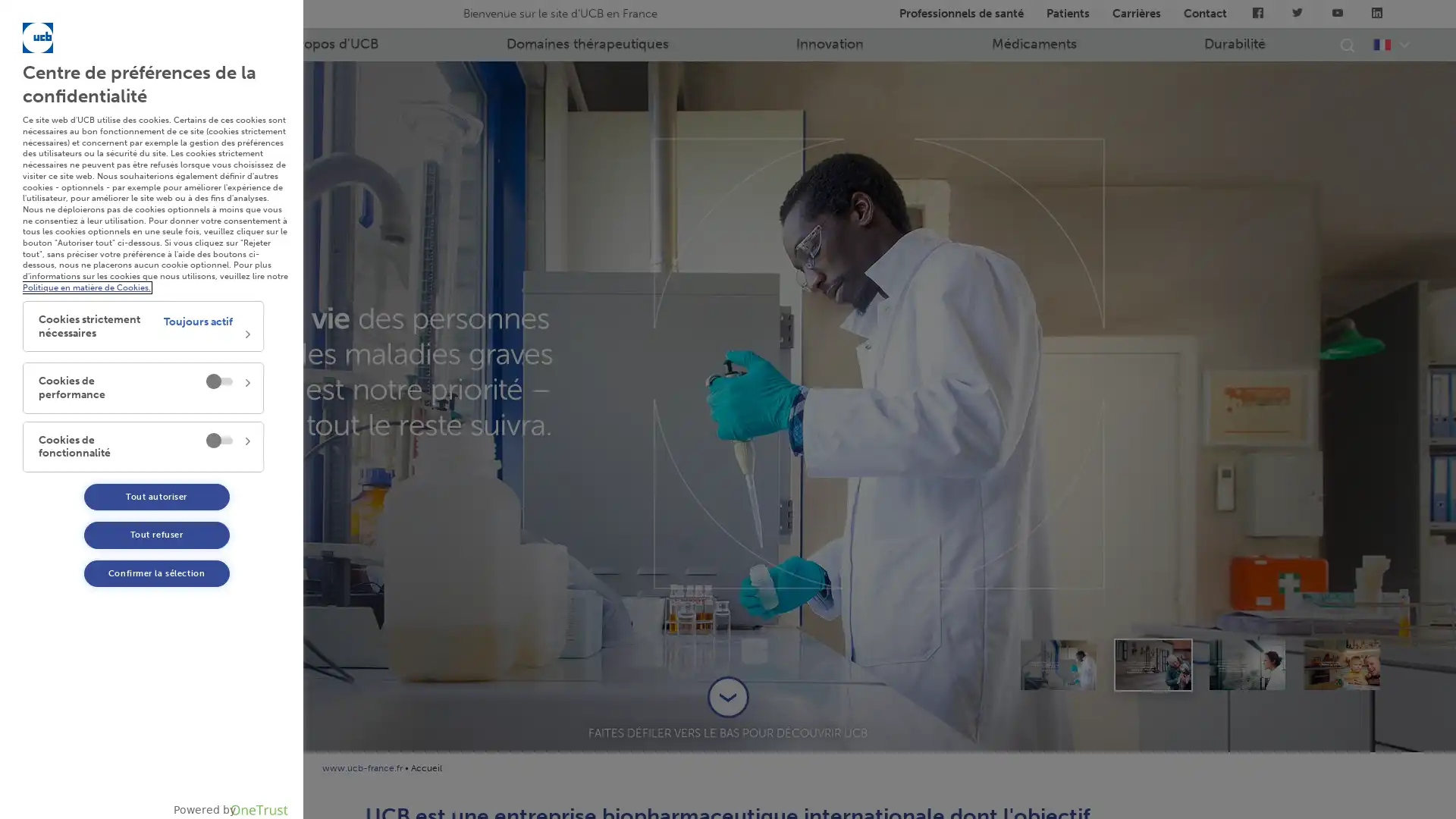  Describe the element at coordinates (143, 387) in the screenshot. I see `Cookies de performance` at that location.